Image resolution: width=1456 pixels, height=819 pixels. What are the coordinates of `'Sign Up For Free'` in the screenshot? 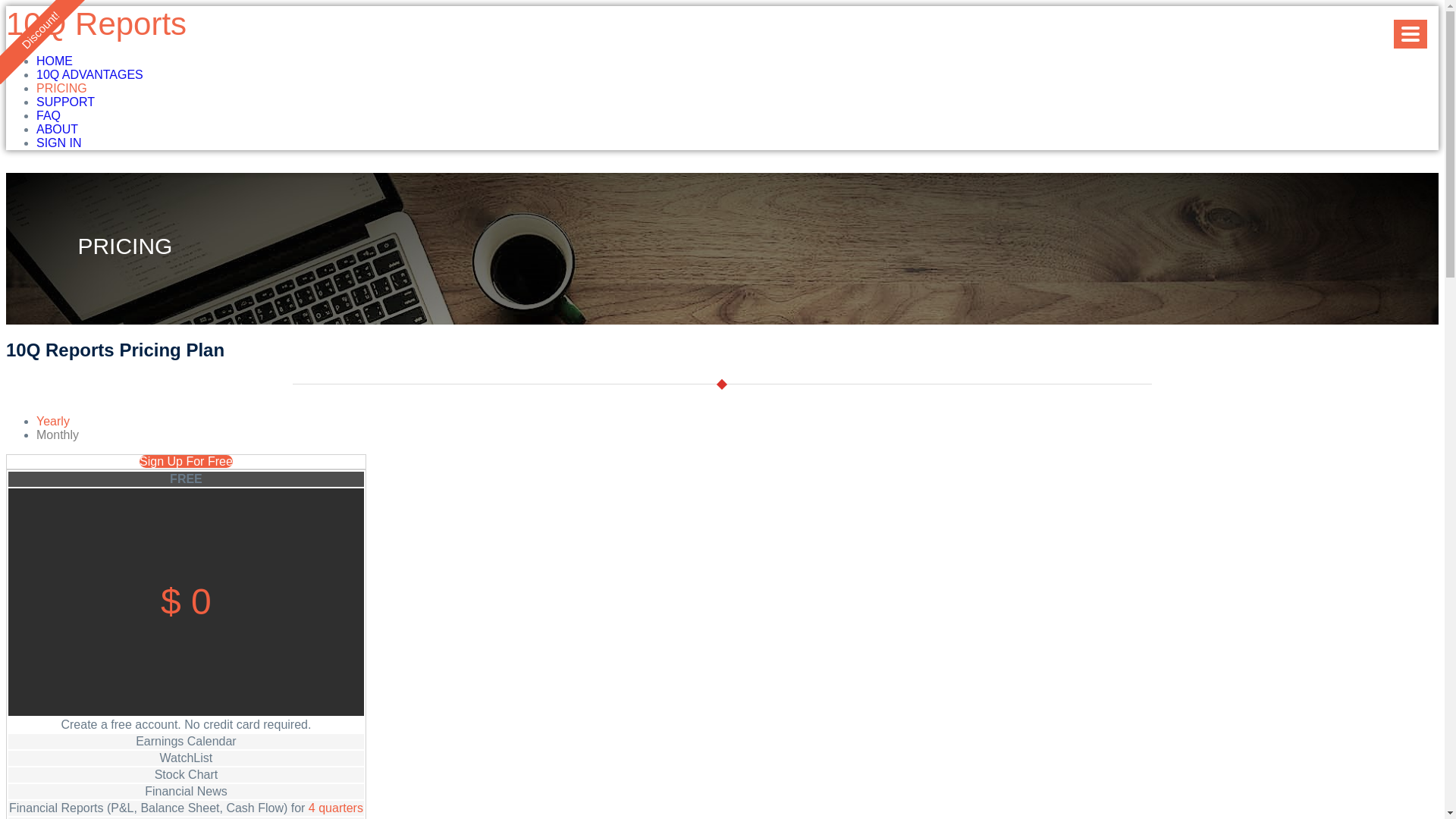 It's located at (185, 460).